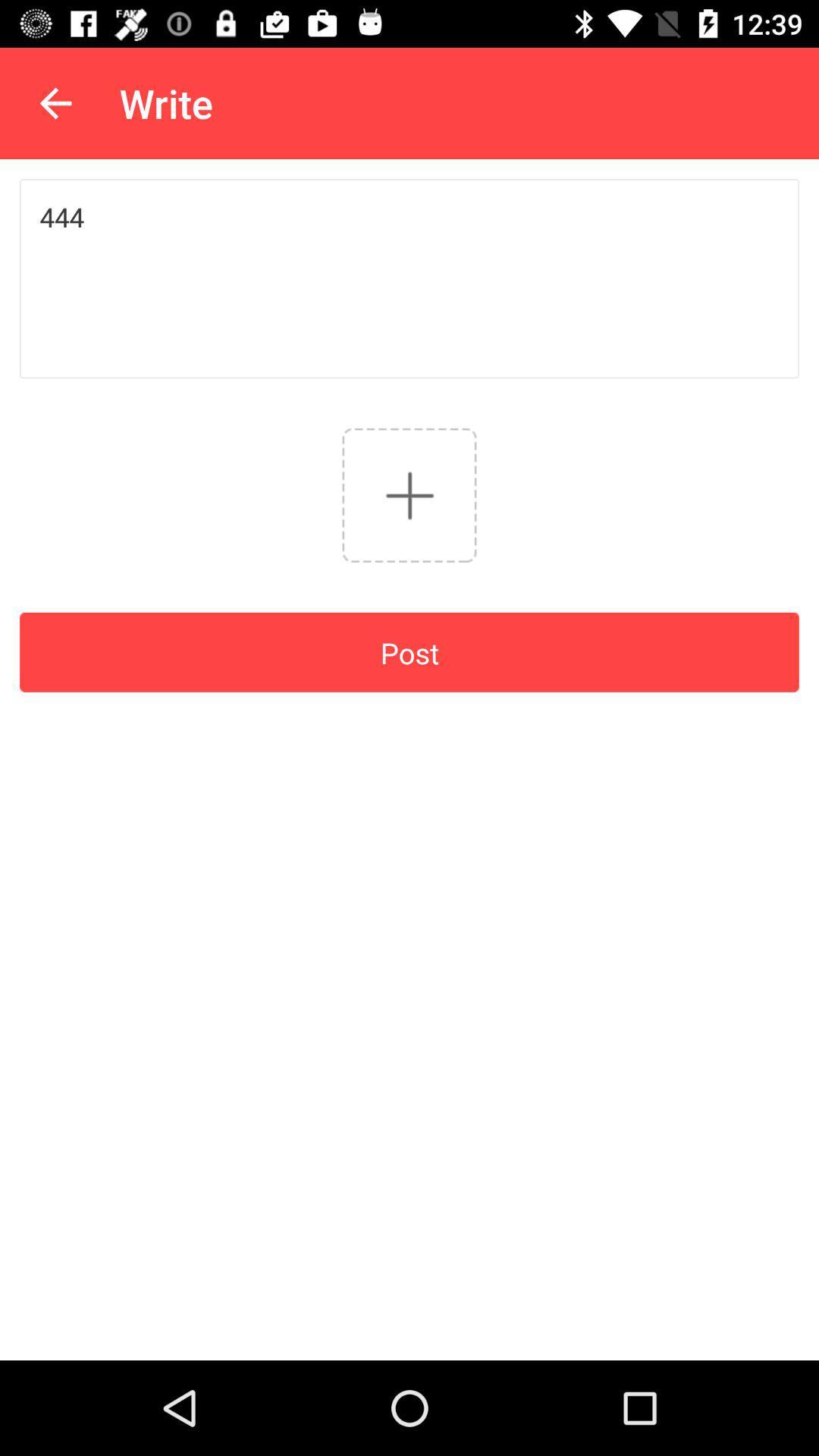  I want to click on item above the post icon, so click(409, 495).